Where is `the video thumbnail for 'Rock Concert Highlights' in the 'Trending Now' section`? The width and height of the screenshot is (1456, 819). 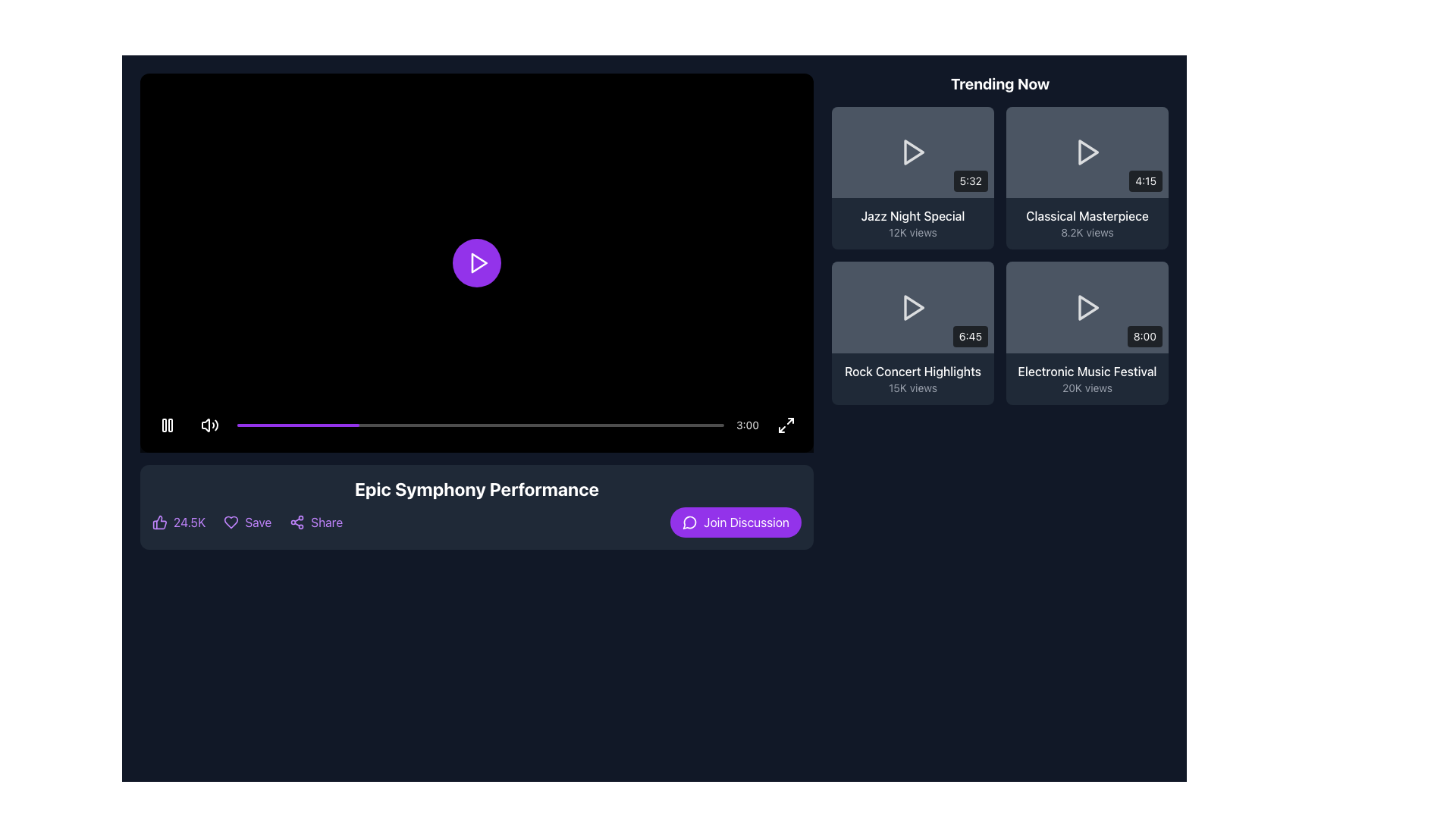 the video thumbnail for 'Rock Concert Highlights' in the 'Trending Now' section is located at coordinates (912, 307).